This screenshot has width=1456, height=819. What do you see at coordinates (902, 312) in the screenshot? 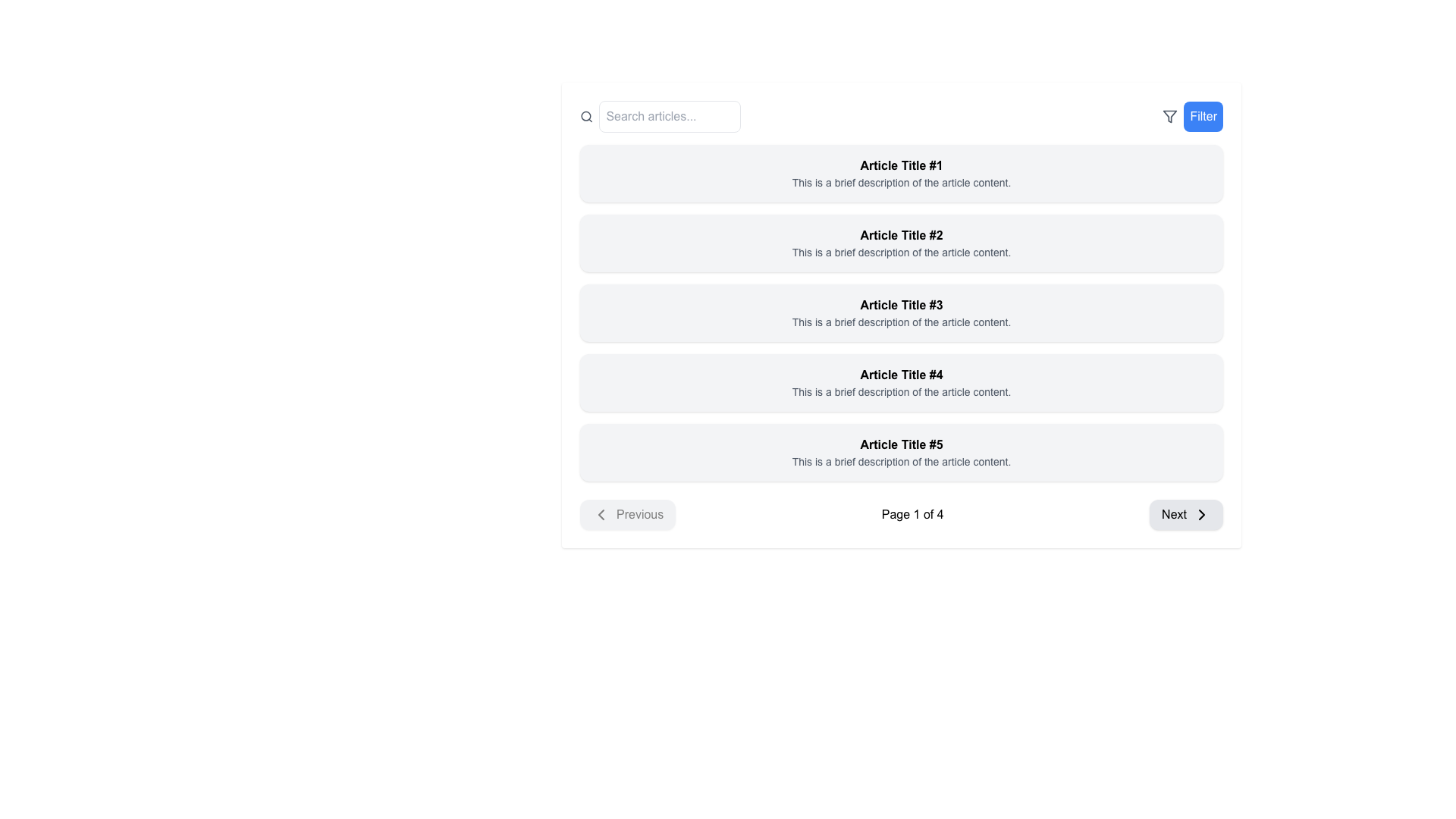
I see `the third list item that presents article information` at bounding box center [902, 312].